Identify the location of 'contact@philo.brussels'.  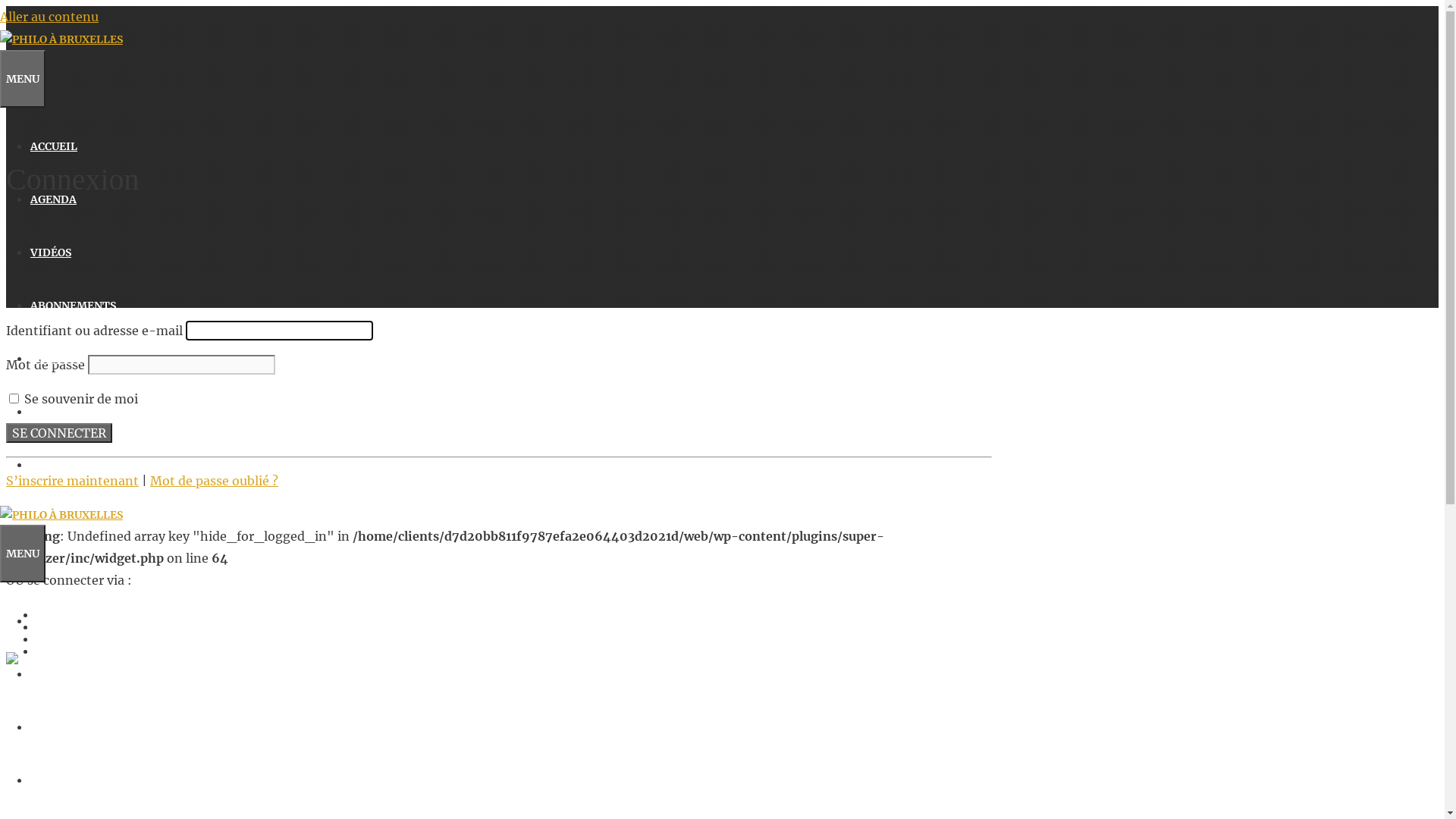
(68, 755).